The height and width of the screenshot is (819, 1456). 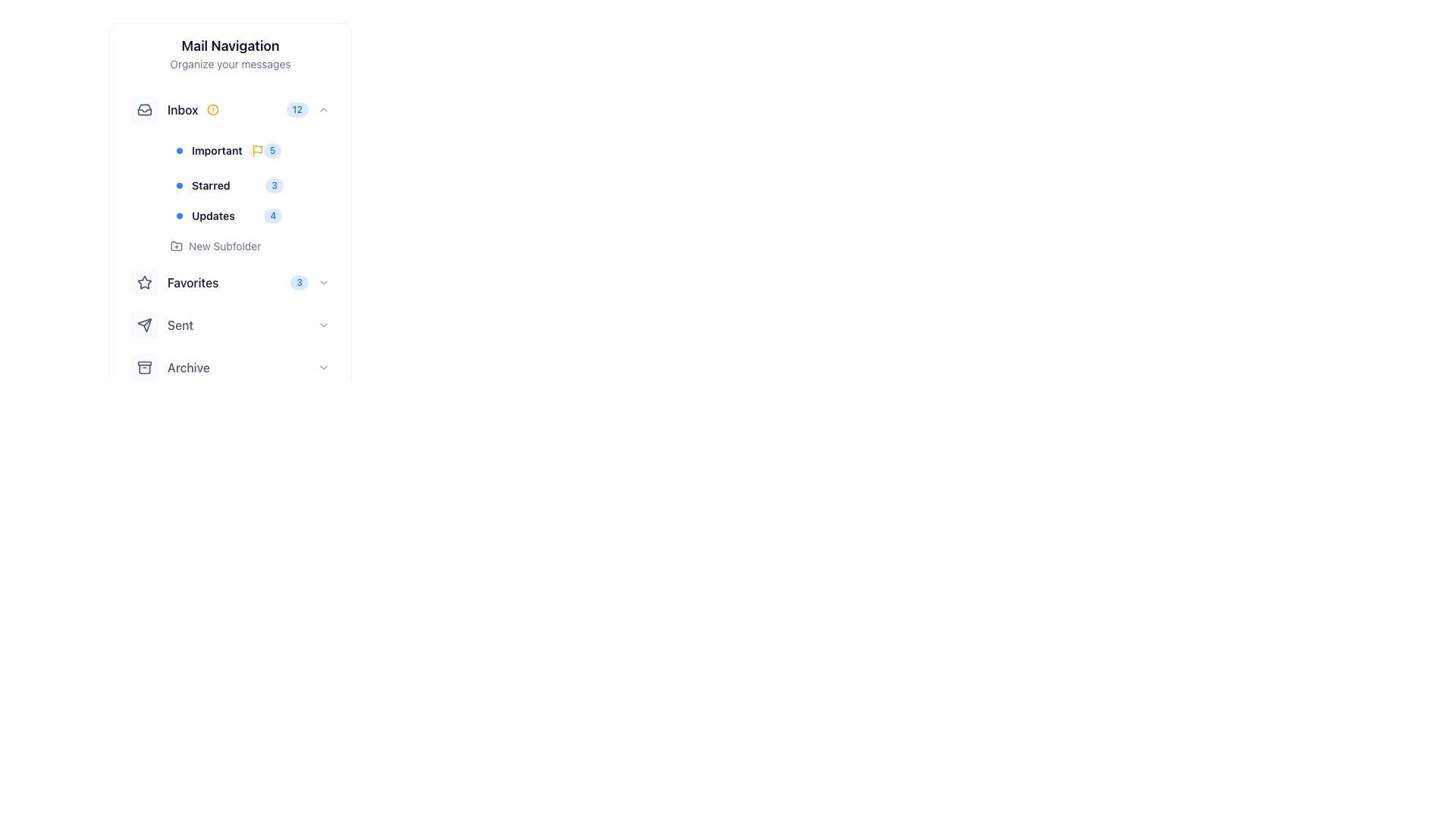 I want to click on the 'Updates' category label located in the navigation panel on the left side, which is the third item under the 'Inbox' section, so click(x=205, y=216).